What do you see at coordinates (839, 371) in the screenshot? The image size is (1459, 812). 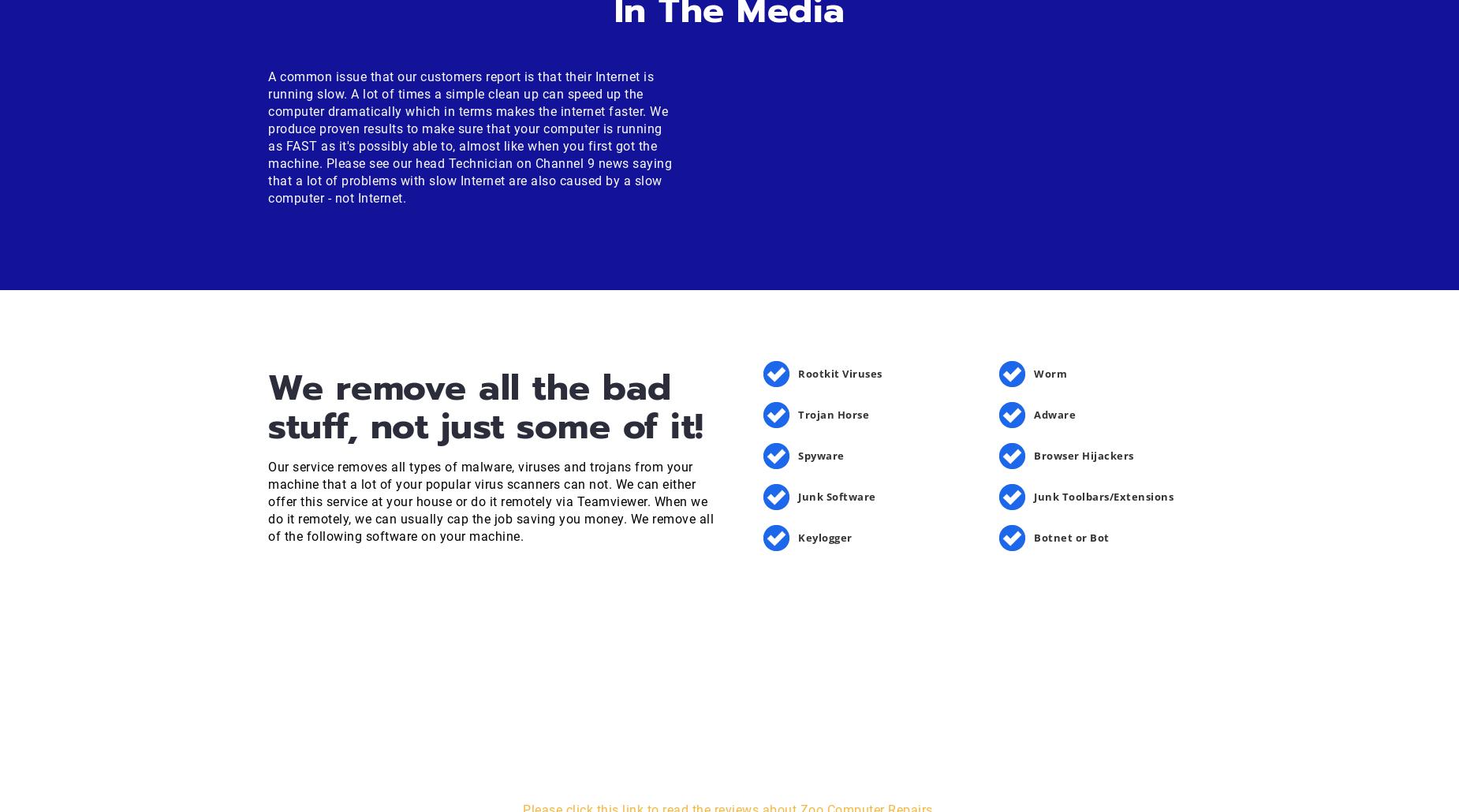 I see `'Rootkit Viruses'` at bounding box center [839, 371].